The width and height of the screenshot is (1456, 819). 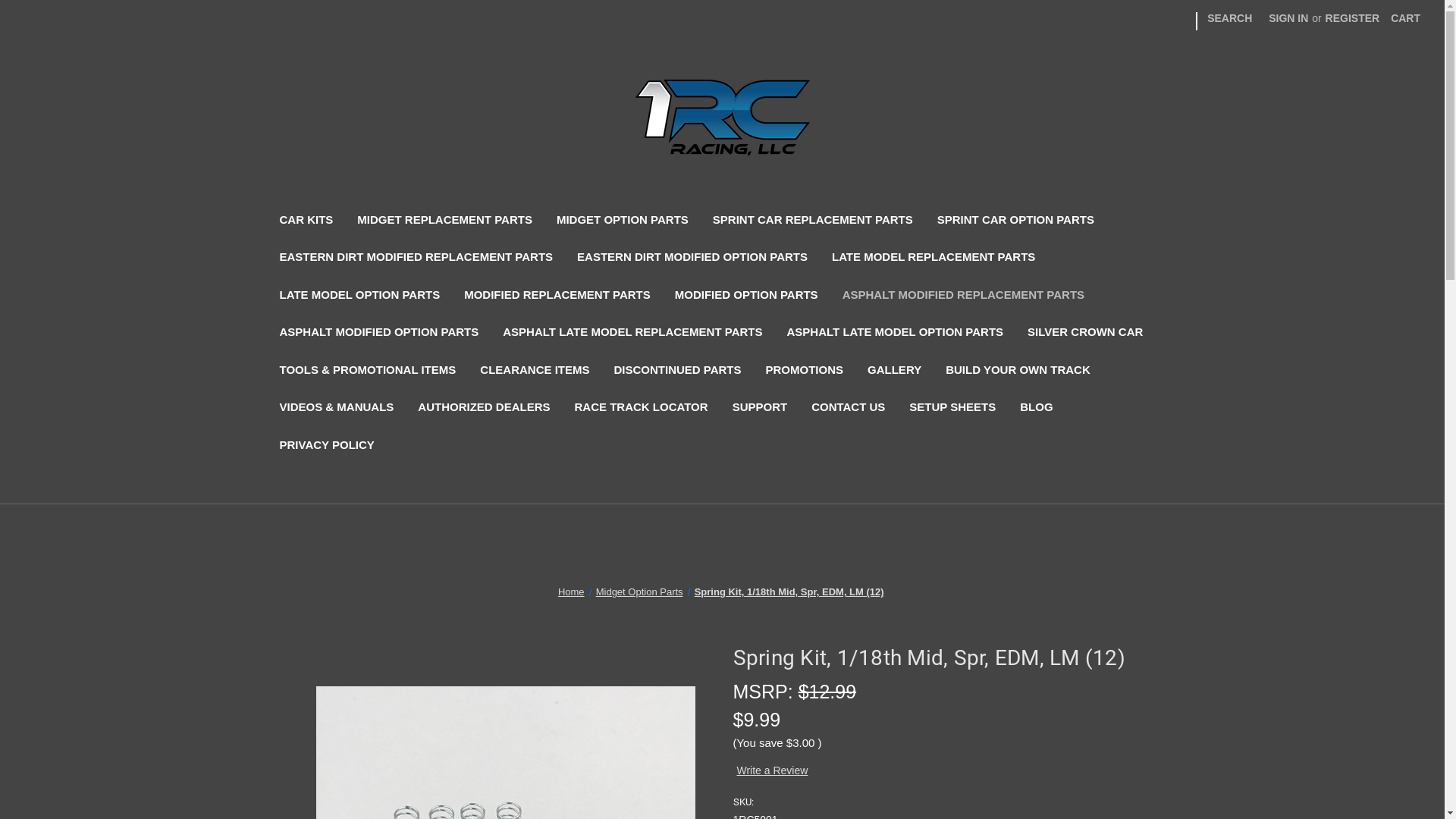 I want to click on 'LATE MODEL OPTION PARTS', so click(x=359, y=297).